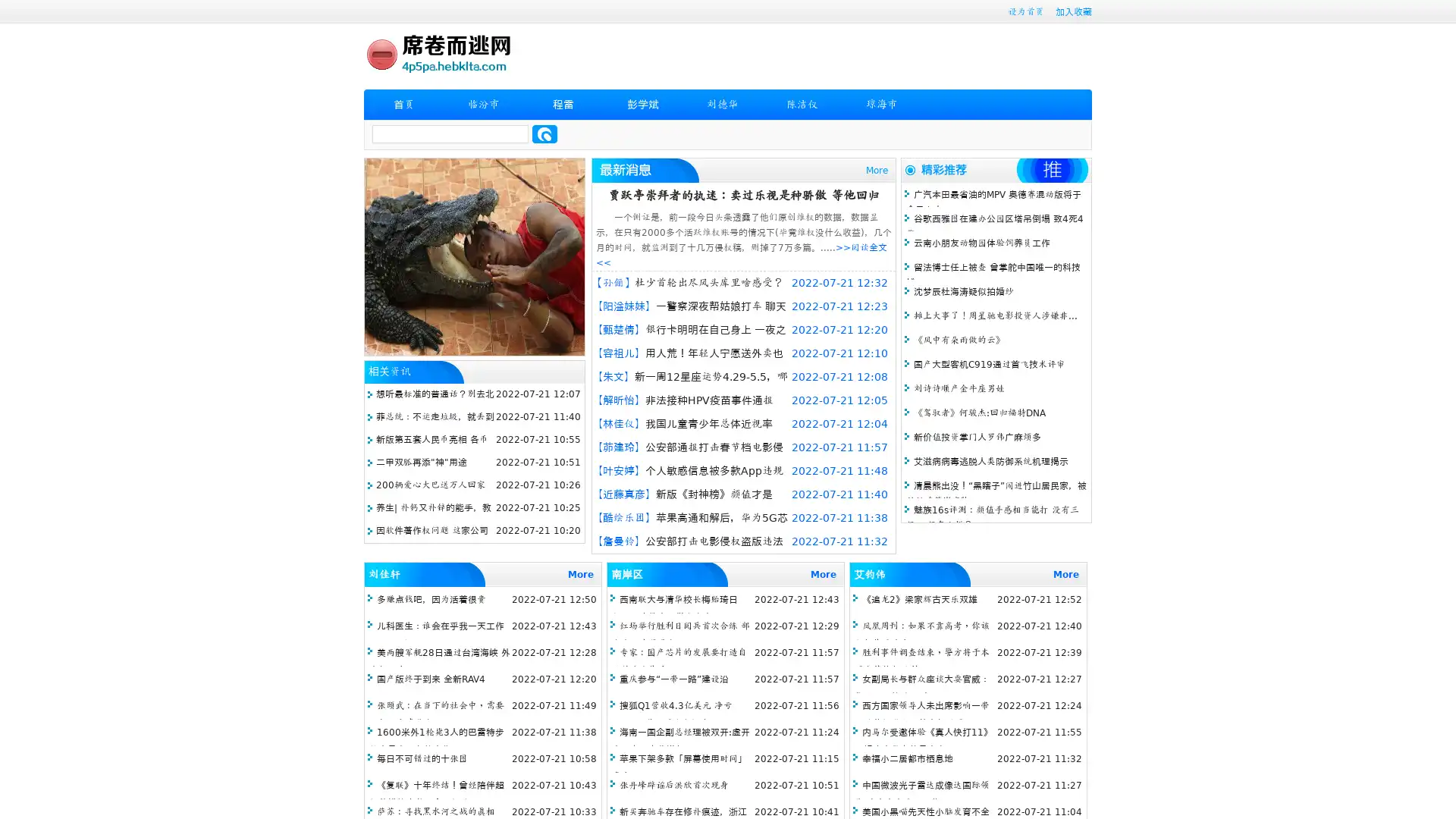  Describe the element at coordinates (544, 133) in the screenshot. I see `Search` at that location.